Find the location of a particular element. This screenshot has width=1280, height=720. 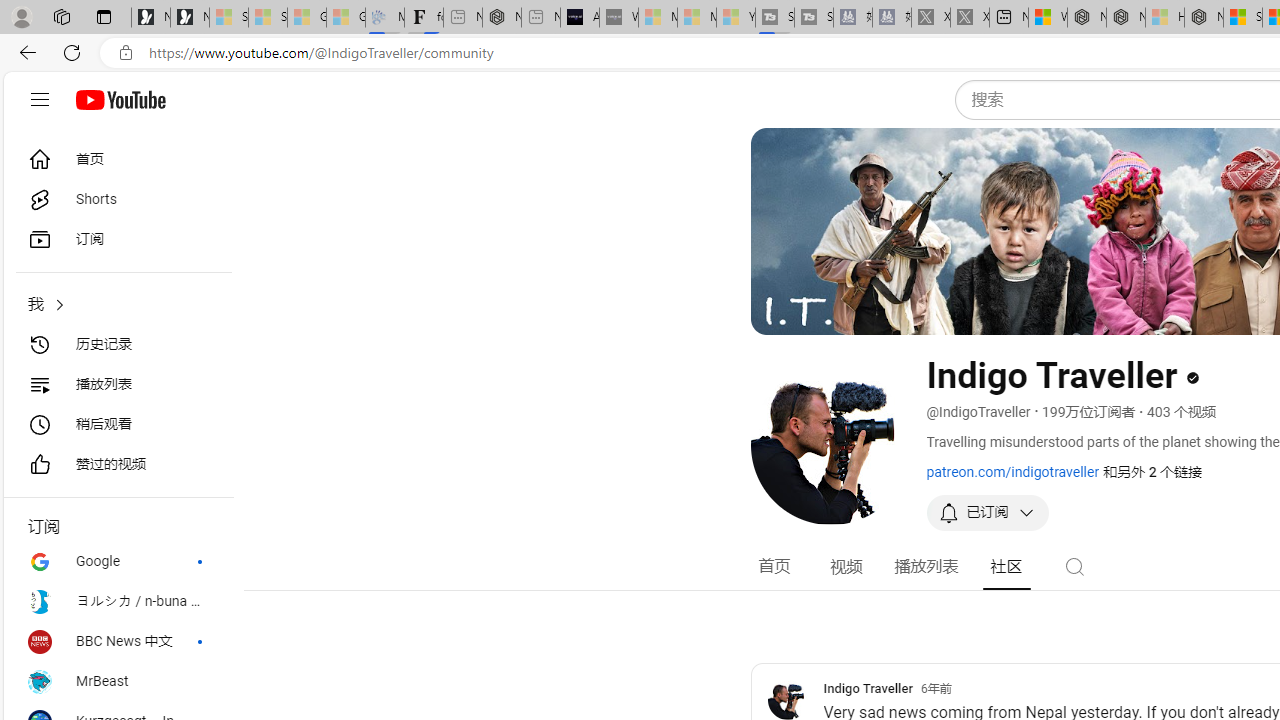

'Microsoft Start - Sleeping' is located at coordinates (696, 17).